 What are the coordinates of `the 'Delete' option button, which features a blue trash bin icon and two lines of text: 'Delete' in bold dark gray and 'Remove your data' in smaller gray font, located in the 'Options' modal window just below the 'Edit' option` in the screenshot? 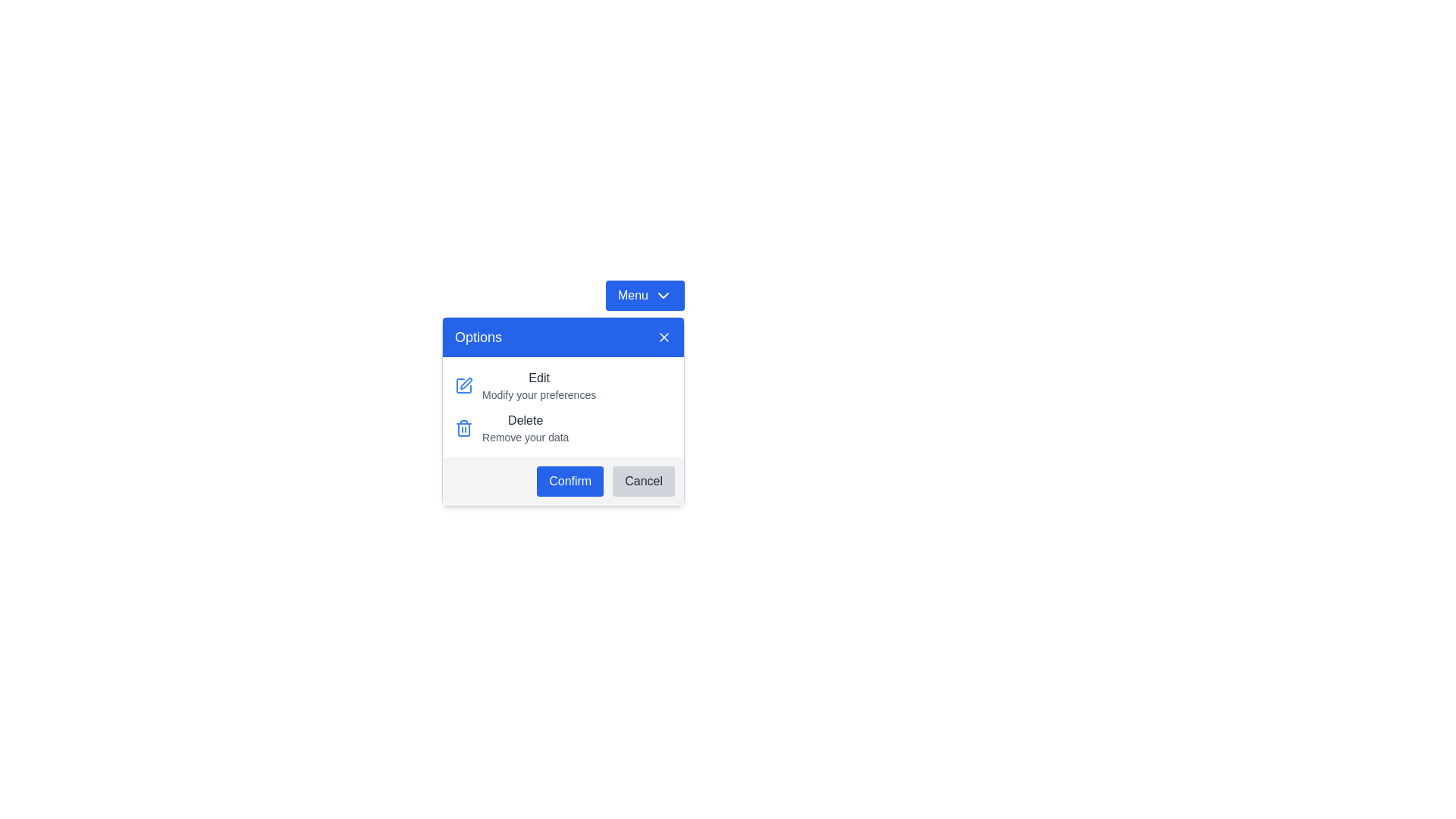 It's located at (563, 428).